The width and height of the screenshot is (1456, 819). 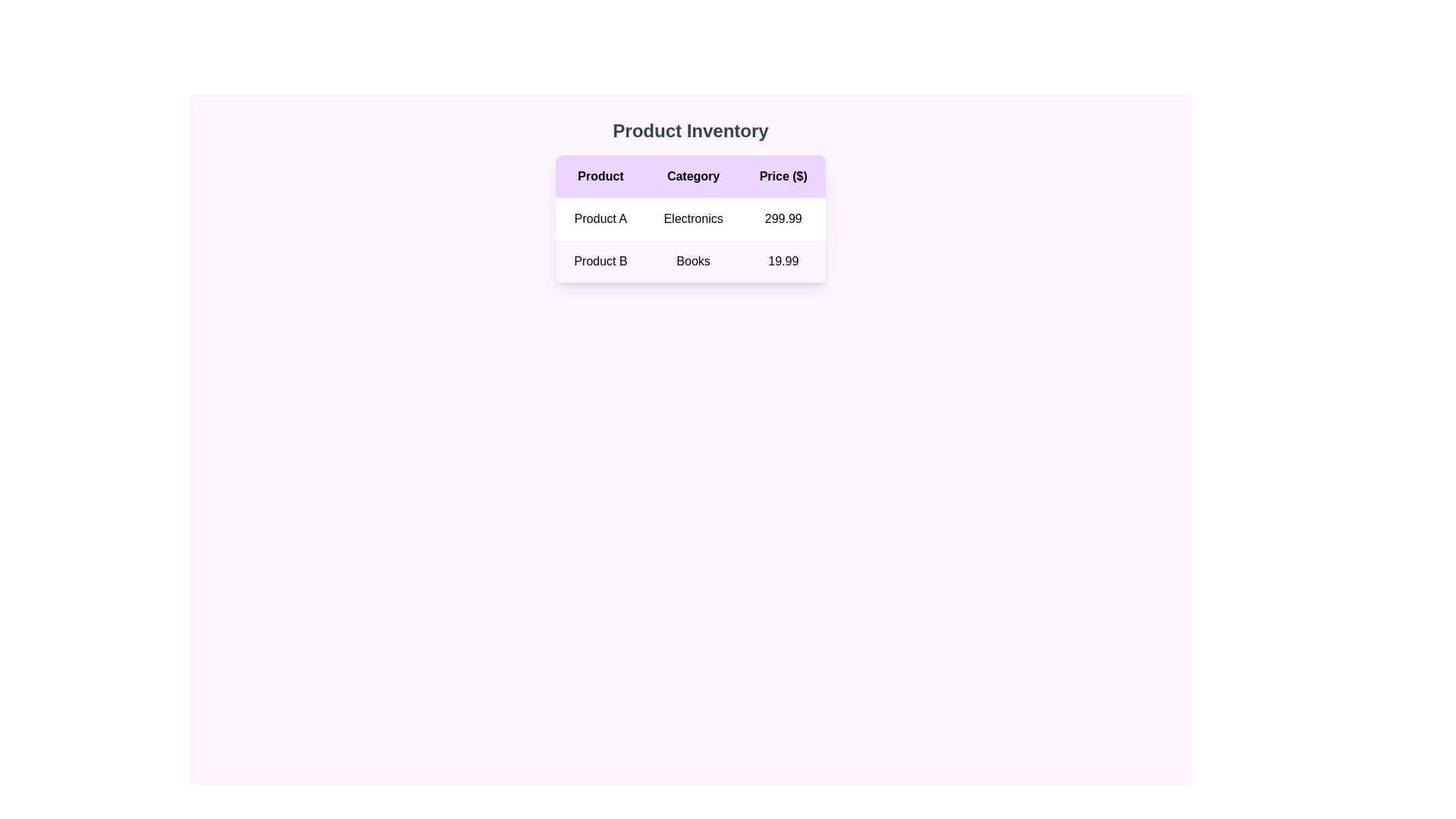 I want to click on the text element displaying the price '299.99' in the 'Price ($)' column for 'Product A' in the product details table, so click(x=783, y=219).